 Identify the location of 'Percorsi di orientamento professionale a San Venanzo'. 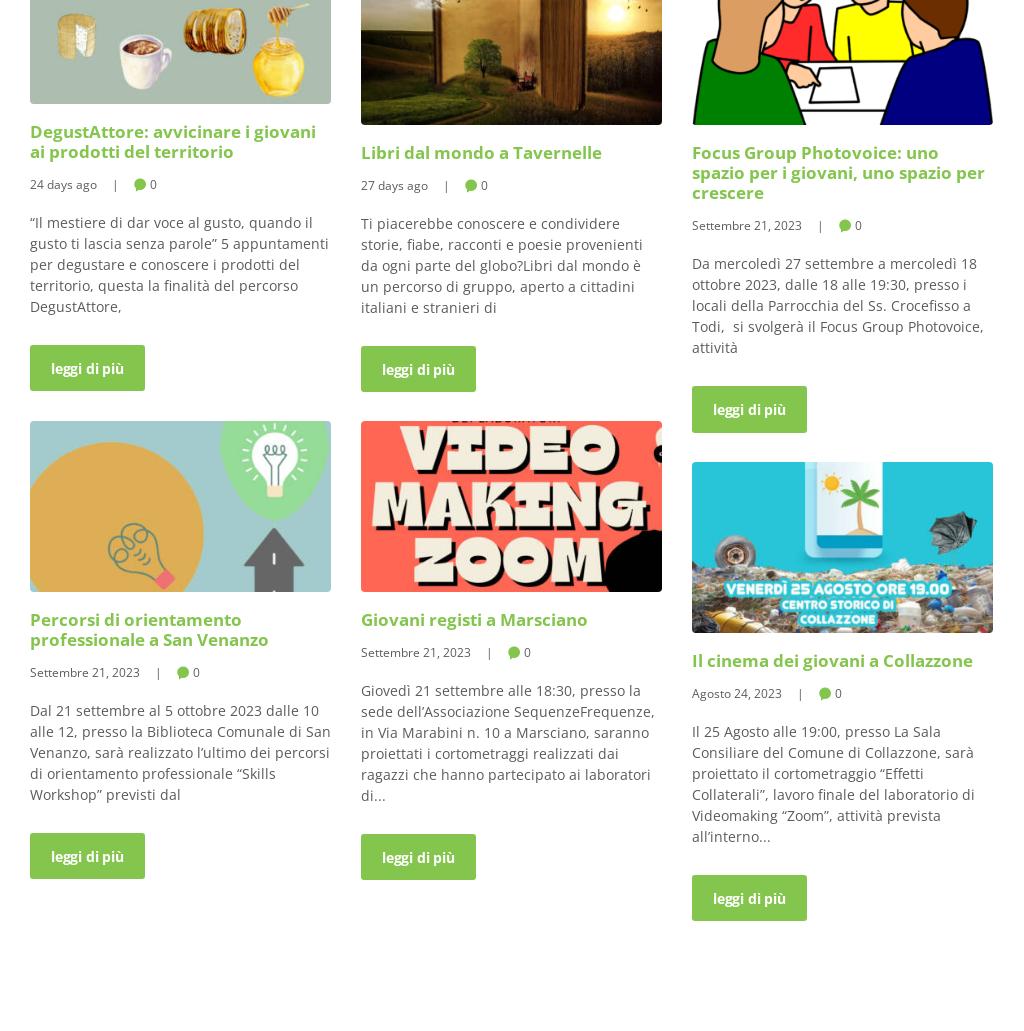
(148, 628).